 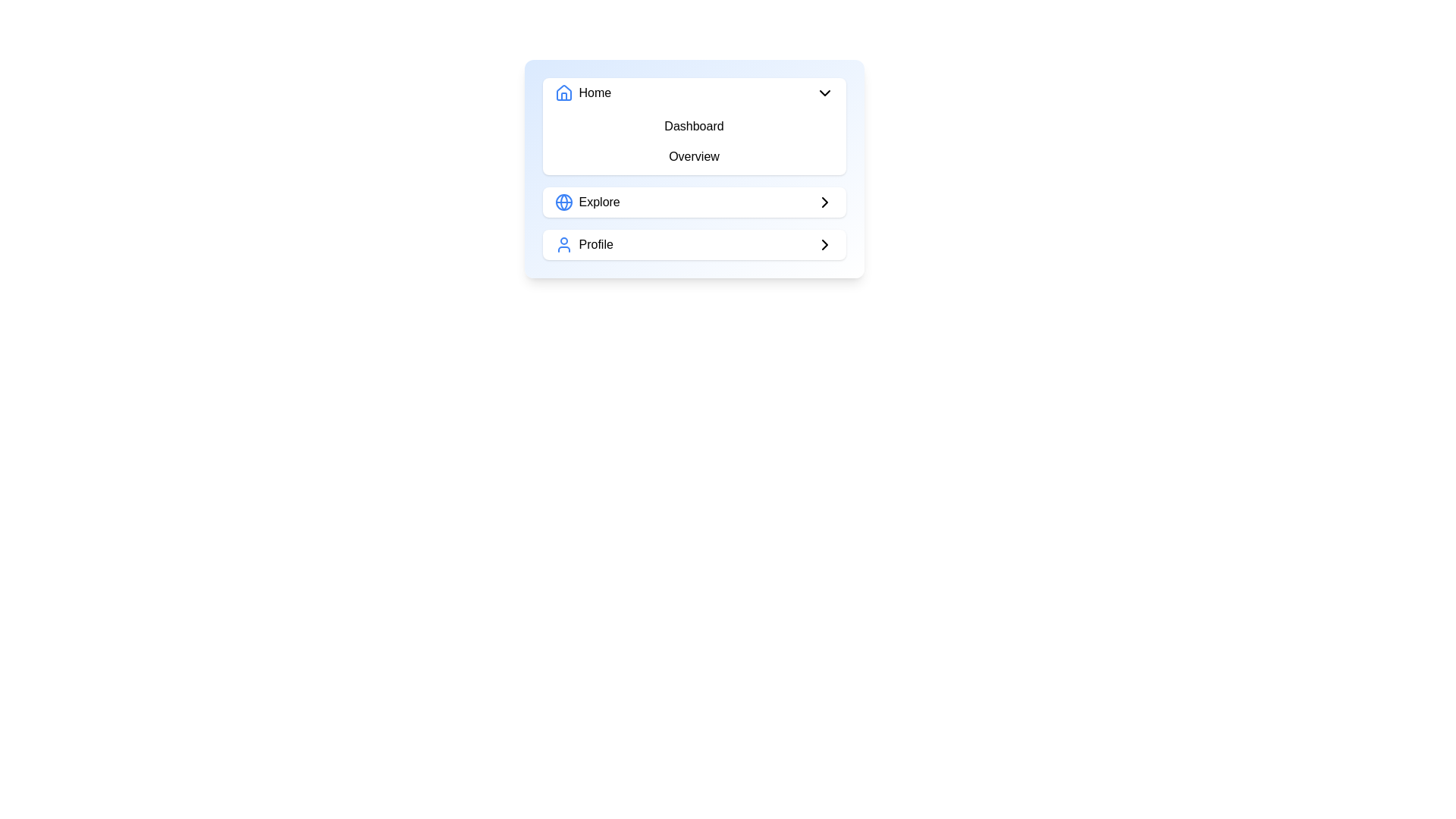 What do you see at coordinates (693, 201) in the screenshot?
I see `the navigation button located centrally in the item list interface, positioned below 'Dashboard' and 'Overview', and above 'Profile'` at bounding box center [693, 201].